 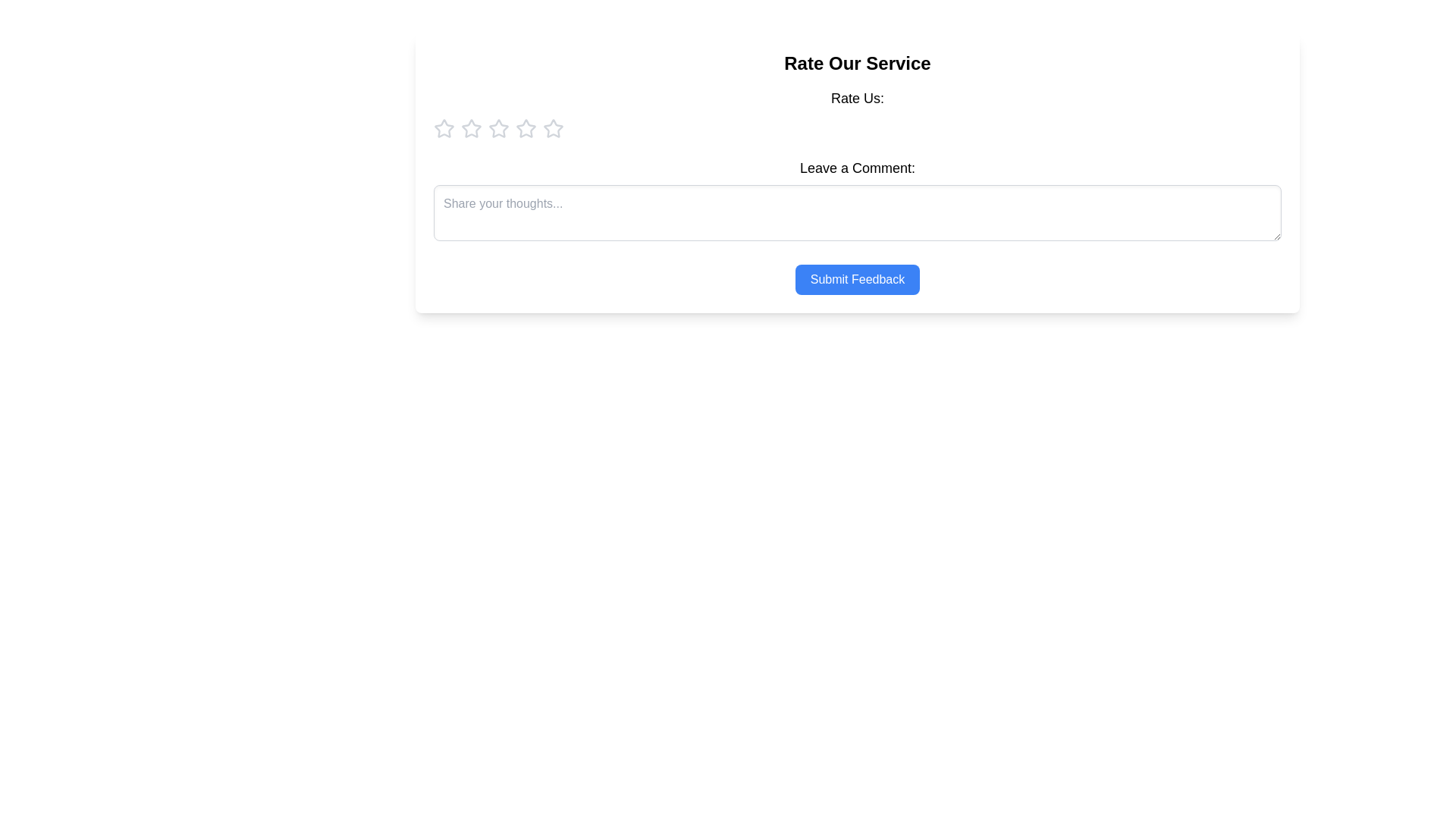 What do you see at coordinates (443, 127) in the screenshot?
I see `the rating to 1 stars by clicking on the corresponding star` at bounding box center [443, 127].